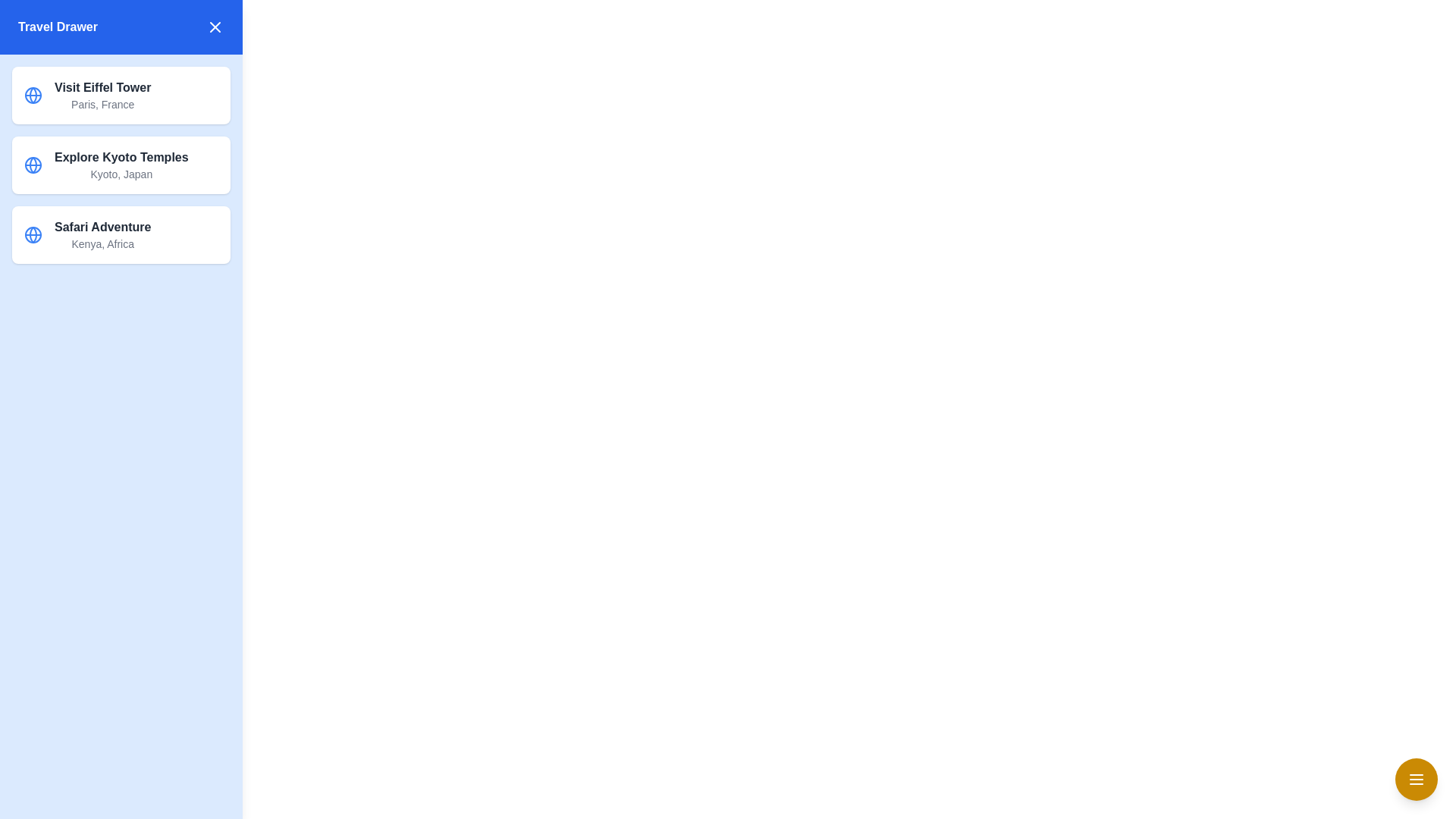 The height and width of the screenshot is (819, 1456). I want to click on the 'Travel Drawer' label text, which is a bolded white font on a blue background located in the top header bar of the drawer interface, so click(58, 27).